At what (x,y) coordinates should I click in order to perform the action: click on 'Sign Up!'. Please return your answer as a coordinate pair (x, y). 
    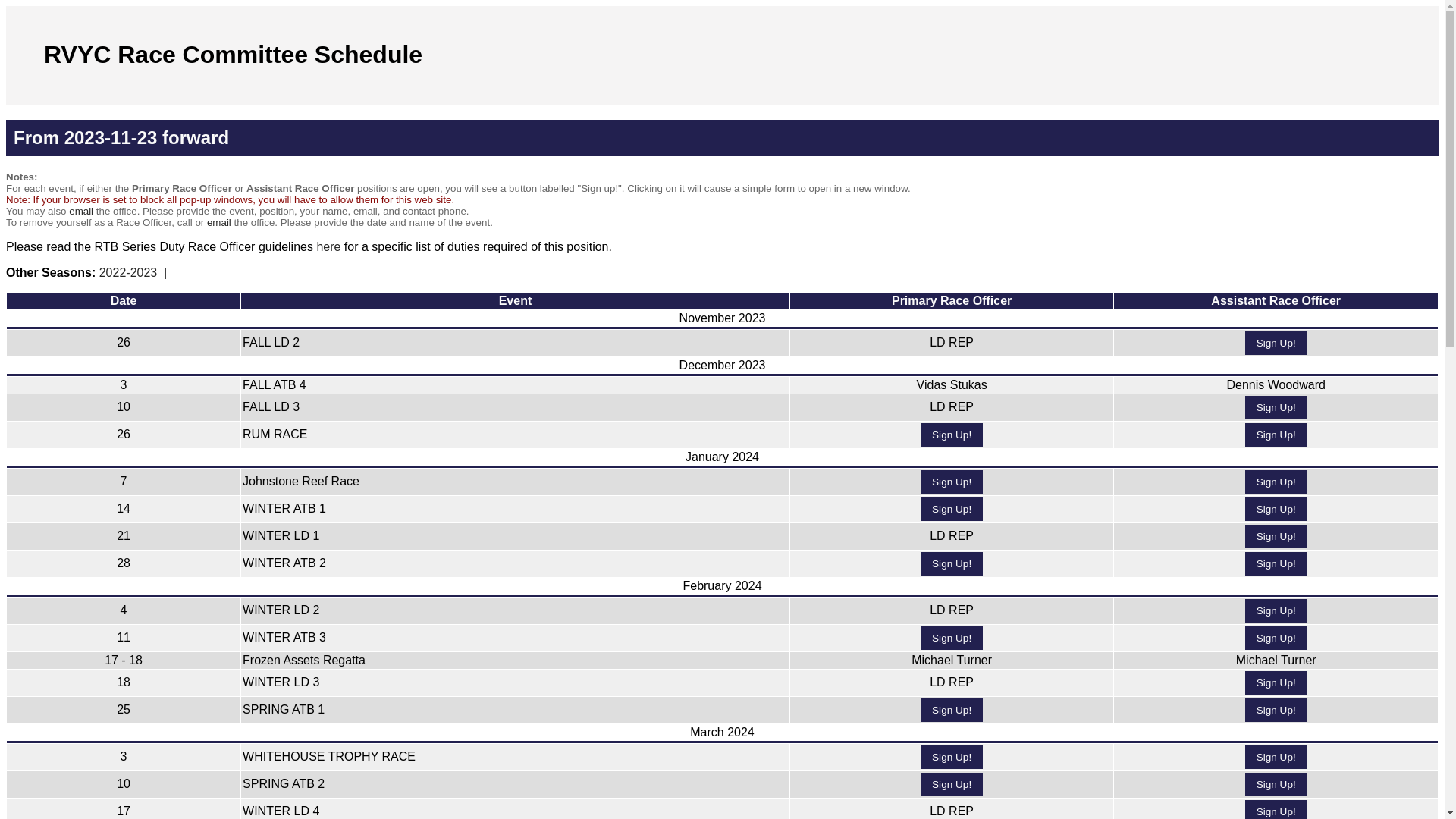
    Looking at the image, I should click on (1276, 610).